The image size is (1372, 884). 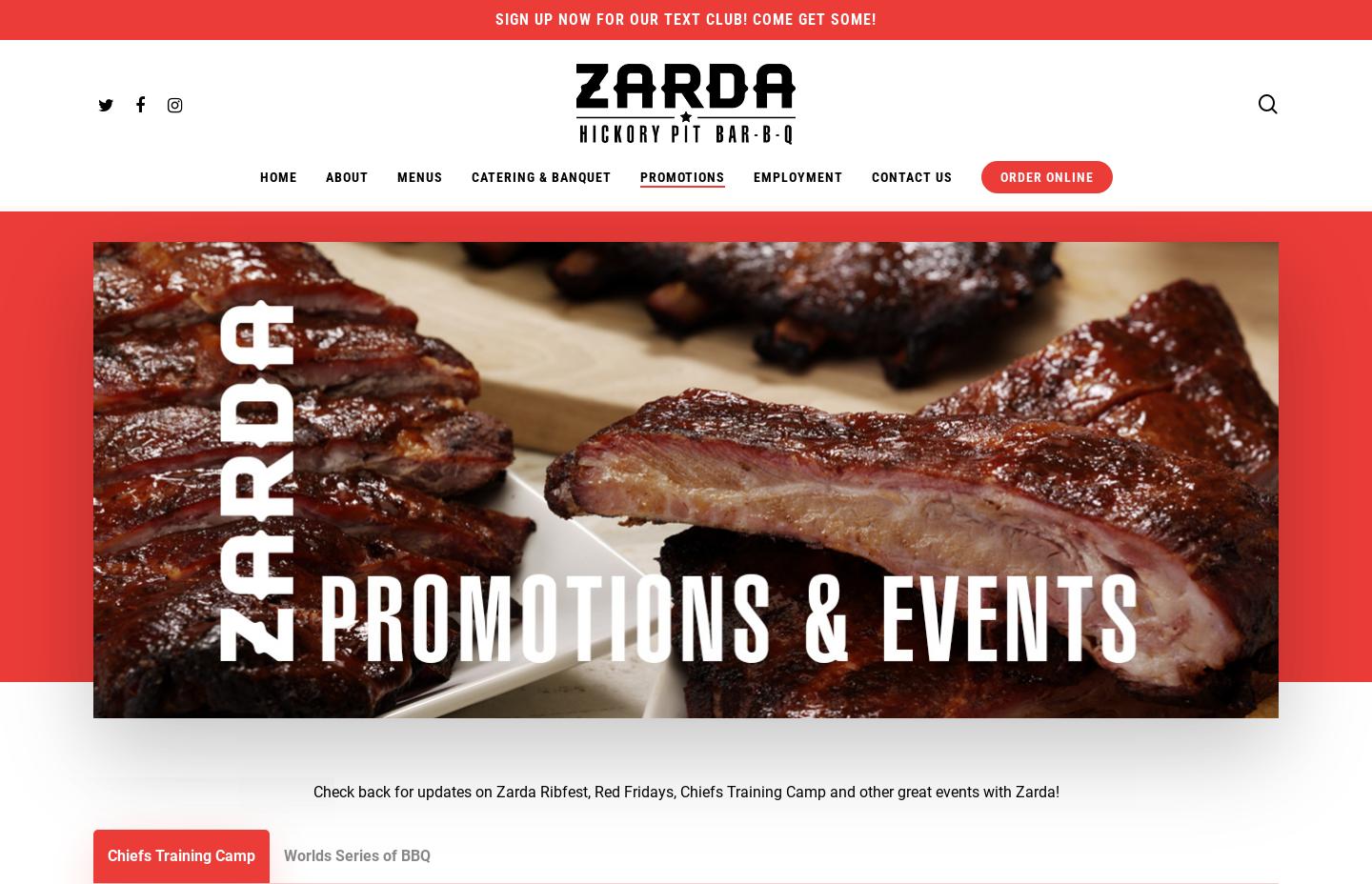 What do you see at coordinates (419, 176) in the screenshot?
I see `'Menus'` at bounding box center [419, 176].